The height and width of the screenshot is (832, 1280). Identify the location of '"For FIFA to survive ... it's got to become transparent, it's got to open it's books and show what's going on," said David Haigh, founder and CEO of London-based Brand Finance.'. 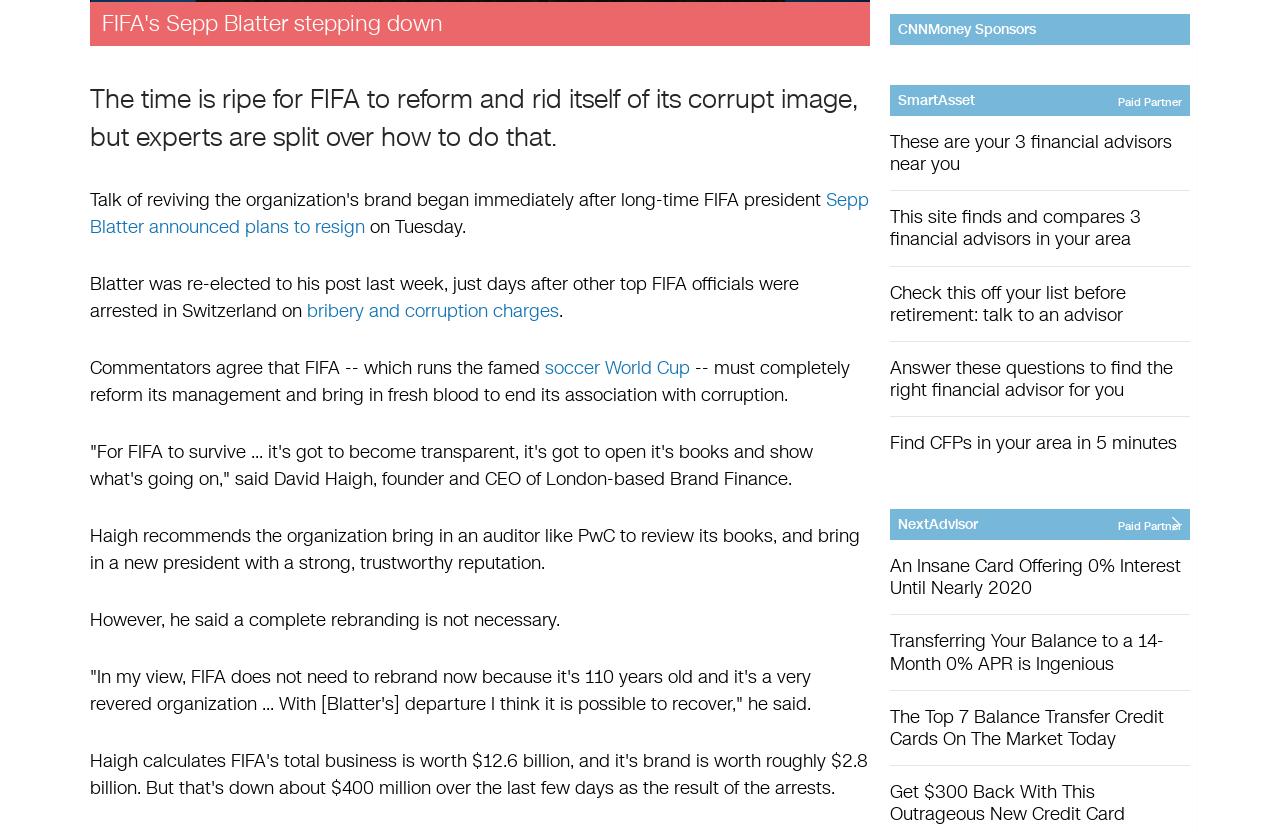
(88, 465).